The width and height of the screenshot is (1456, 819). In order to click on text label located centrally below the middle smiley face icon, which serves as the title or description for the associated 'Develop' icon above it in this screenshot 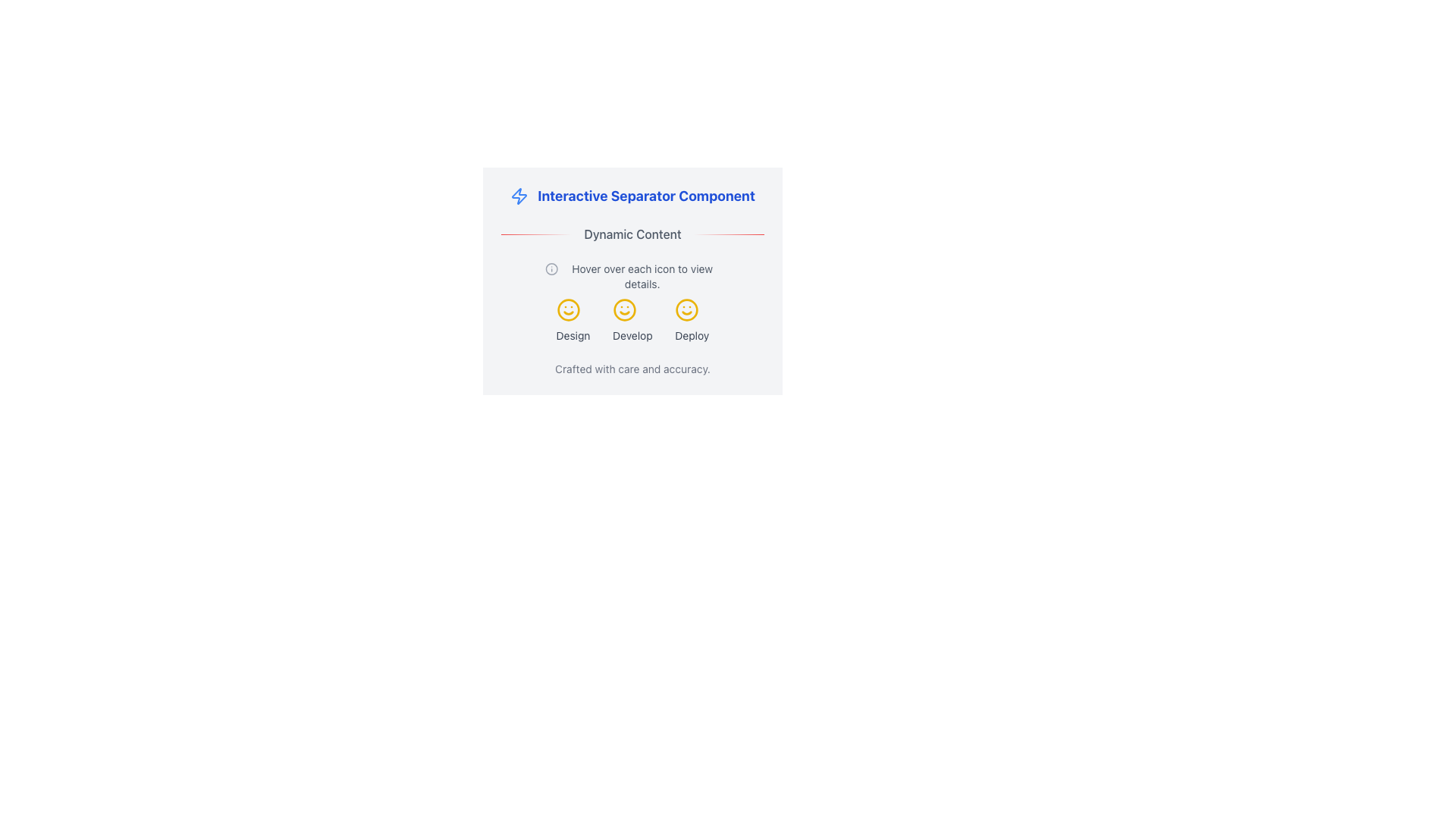, I will do `click(632, 335)`.